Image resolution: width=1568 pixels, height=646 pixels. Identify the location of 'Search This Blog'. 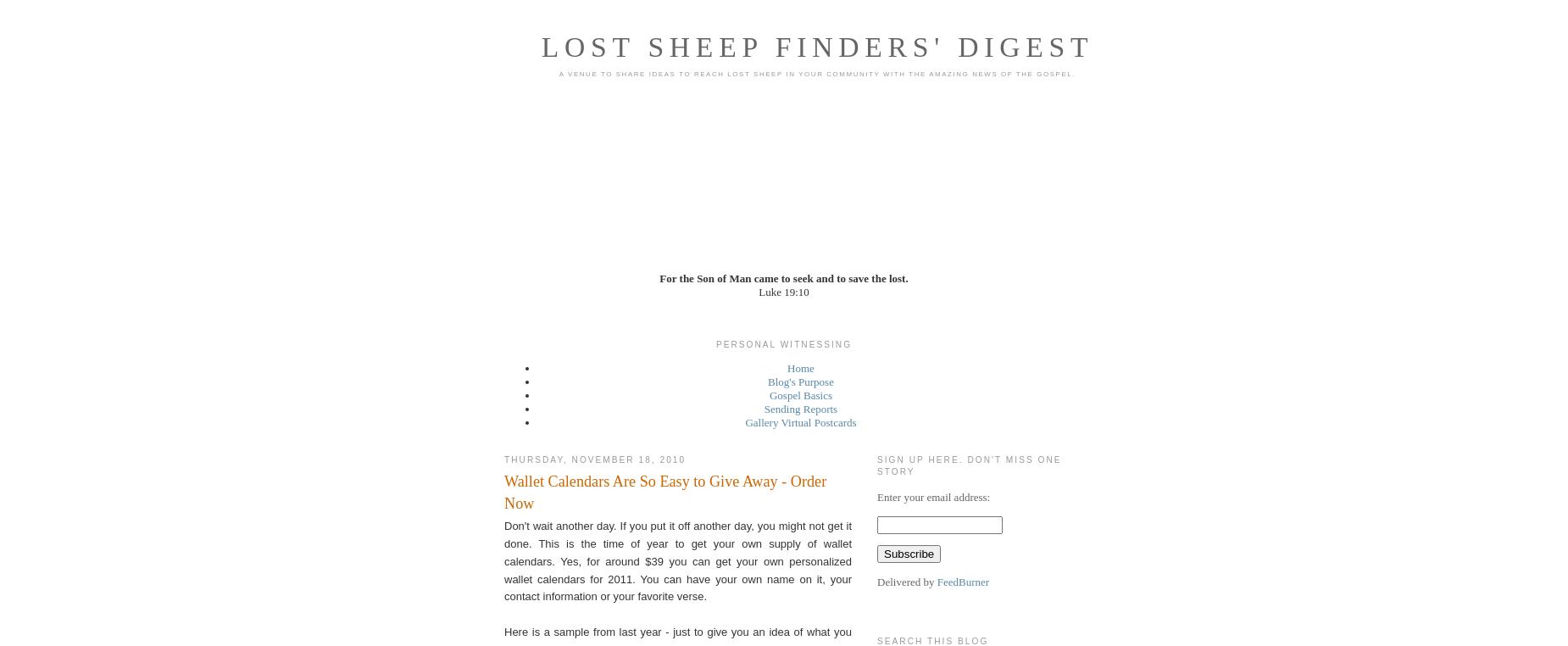
(931, 640).